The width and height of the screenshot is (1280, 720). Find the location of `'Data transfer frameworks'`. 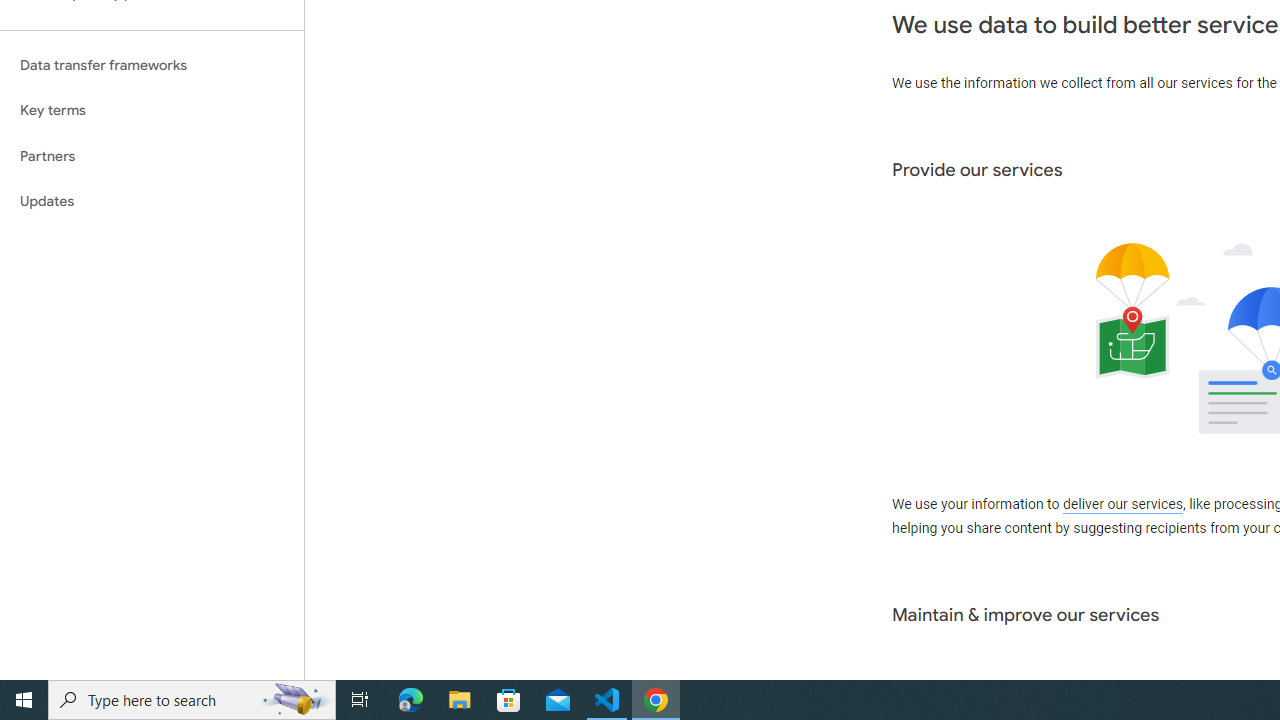

'Data transfer frameworks' is located at coordinates (151, 64).